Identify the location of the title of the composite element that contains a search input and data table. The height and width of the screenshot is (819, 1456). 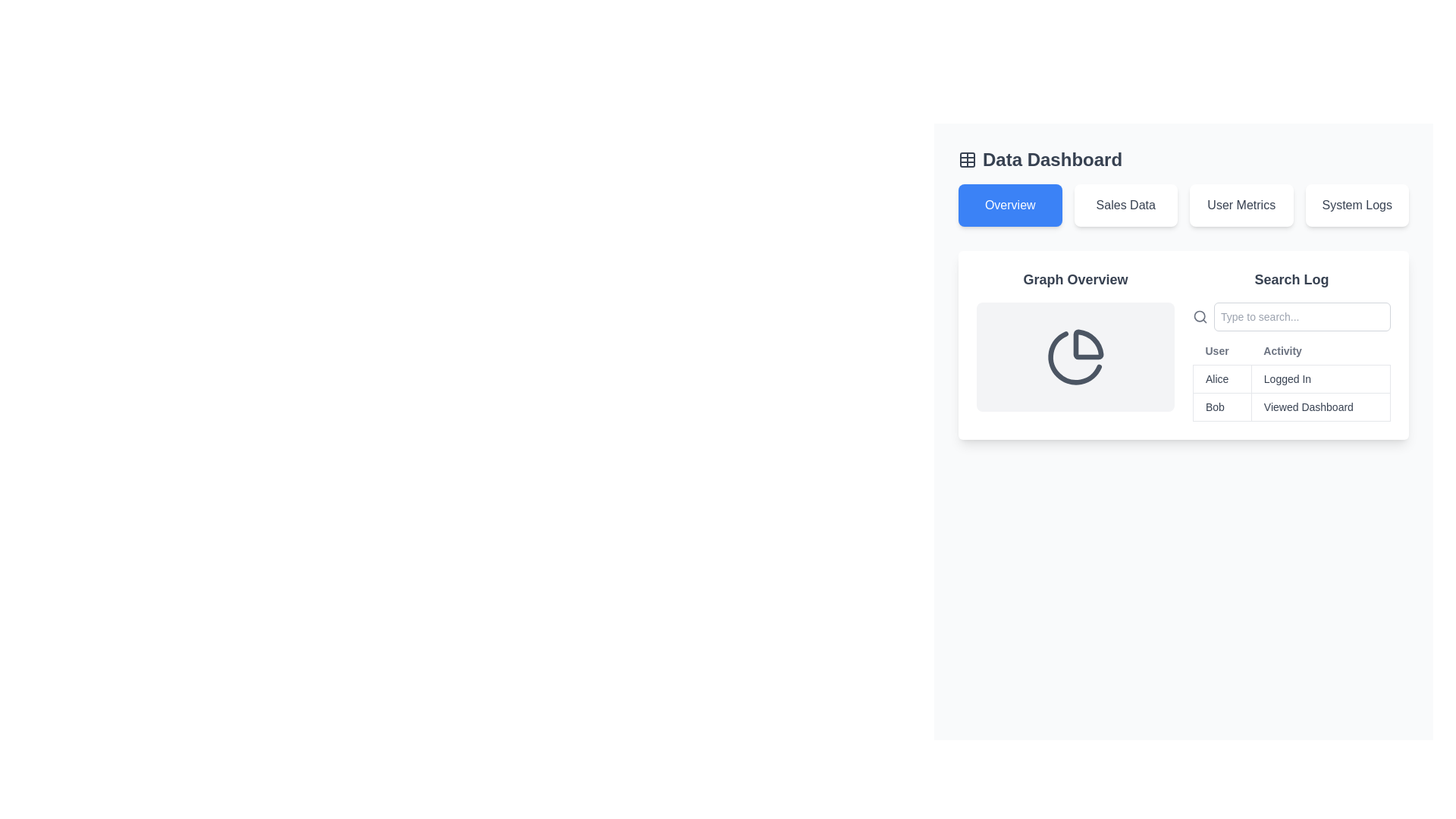
(1291, 345).